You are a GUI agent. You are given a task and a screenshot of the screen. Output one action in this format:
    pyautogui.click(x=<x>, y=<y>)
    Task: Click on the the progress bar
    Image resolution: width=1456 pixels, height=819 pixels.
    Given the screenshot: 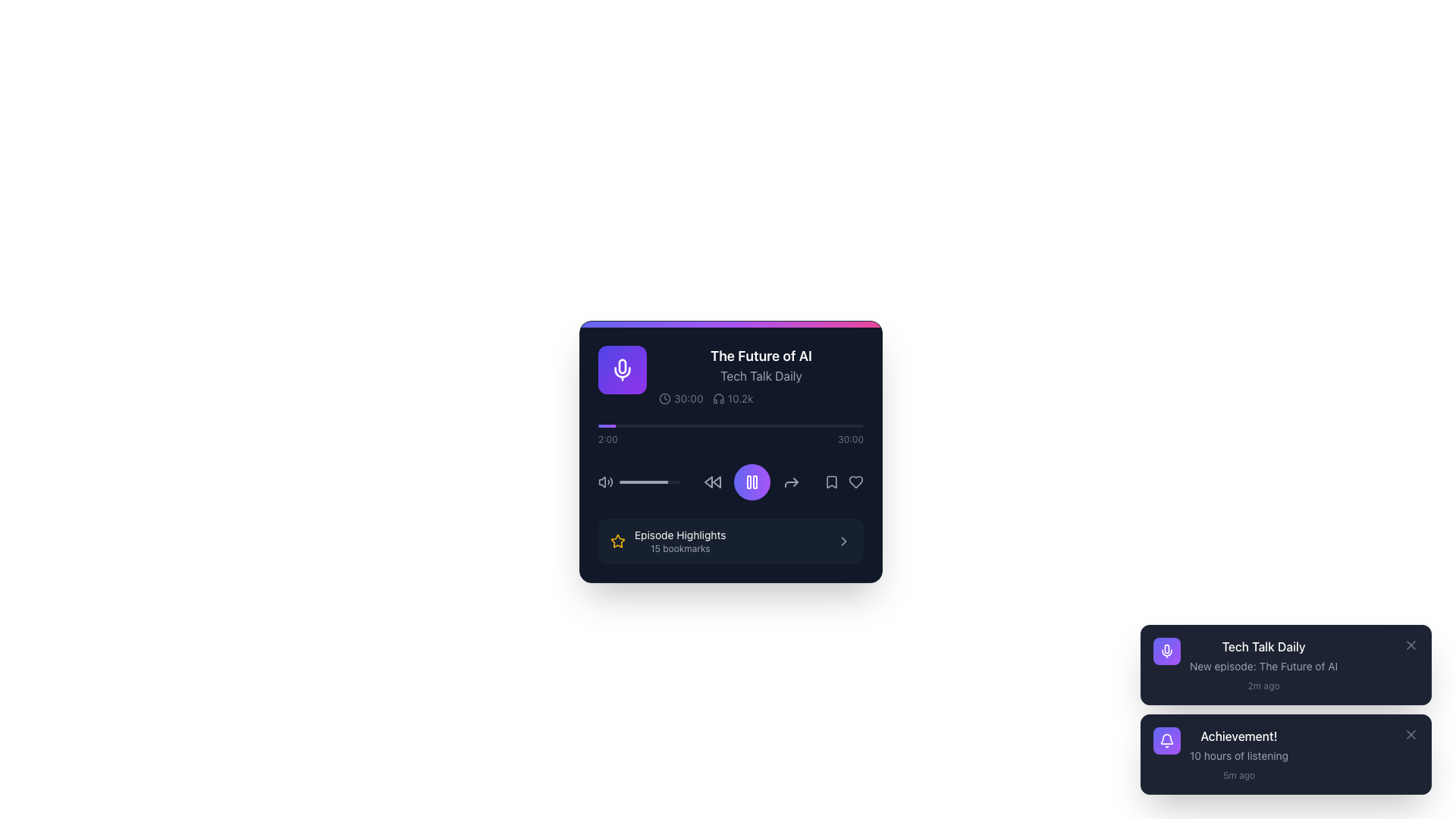 What is the action you would take?
    pyautogui.click(x=631, y=482)
    